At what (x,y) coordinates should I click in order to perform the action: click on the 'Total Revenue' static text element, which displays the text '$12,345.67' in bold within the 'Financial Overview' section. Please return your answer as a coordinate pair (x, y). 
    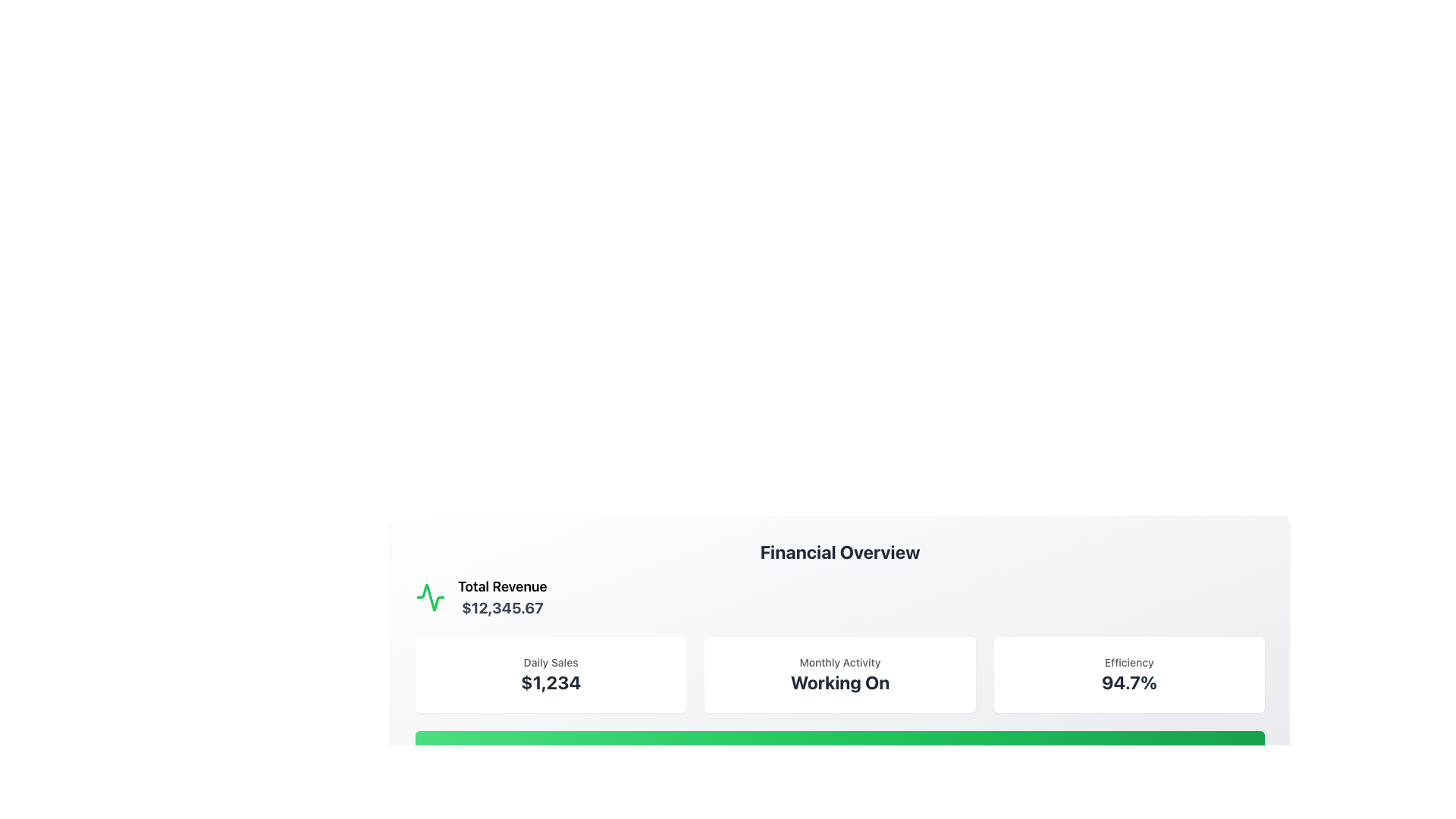
    Looking at the image, I should click on (502, 596).